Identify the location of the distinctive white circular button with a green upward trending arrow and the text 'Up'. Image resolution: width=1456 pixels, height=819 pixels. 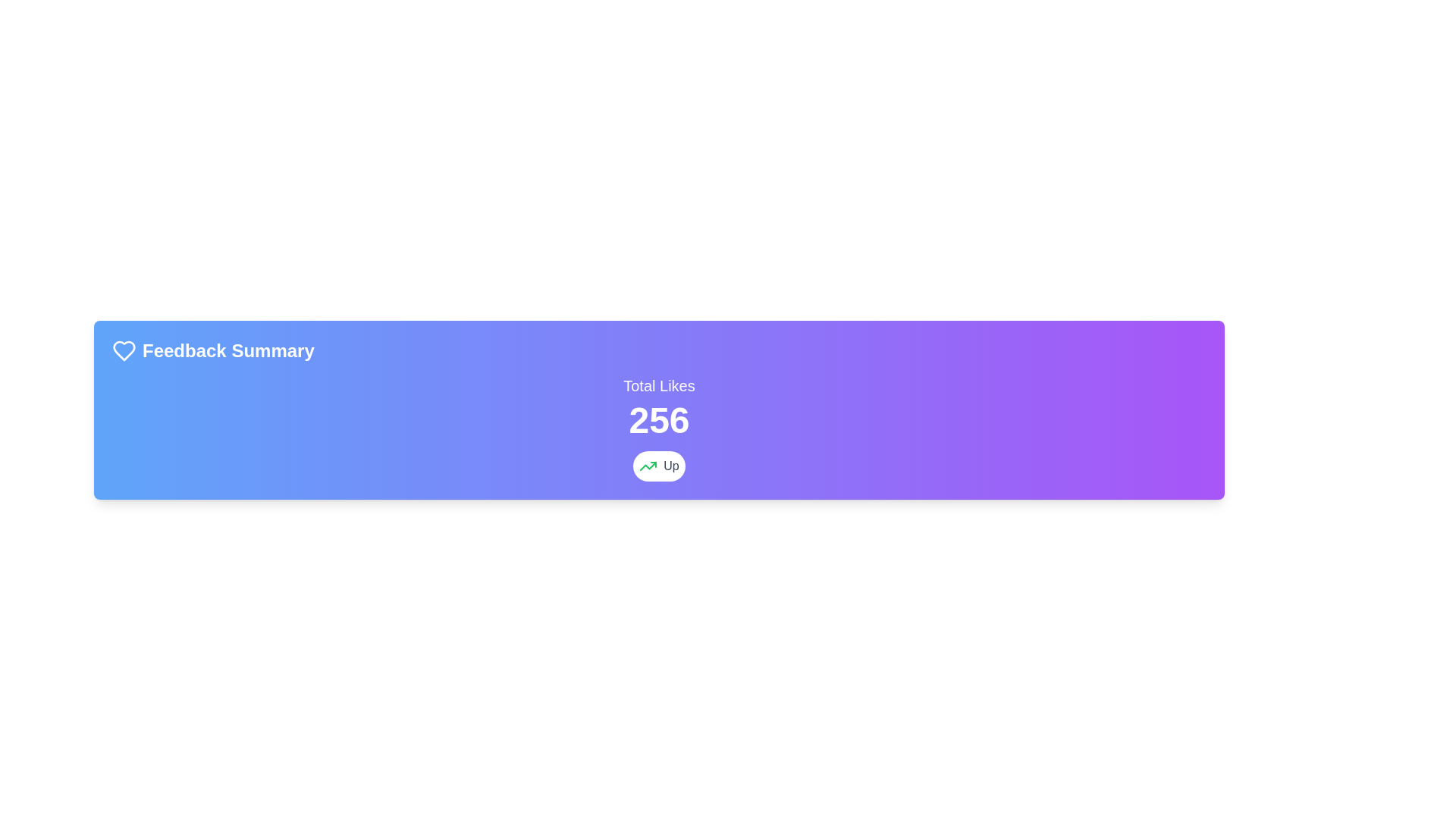
(659, 465).